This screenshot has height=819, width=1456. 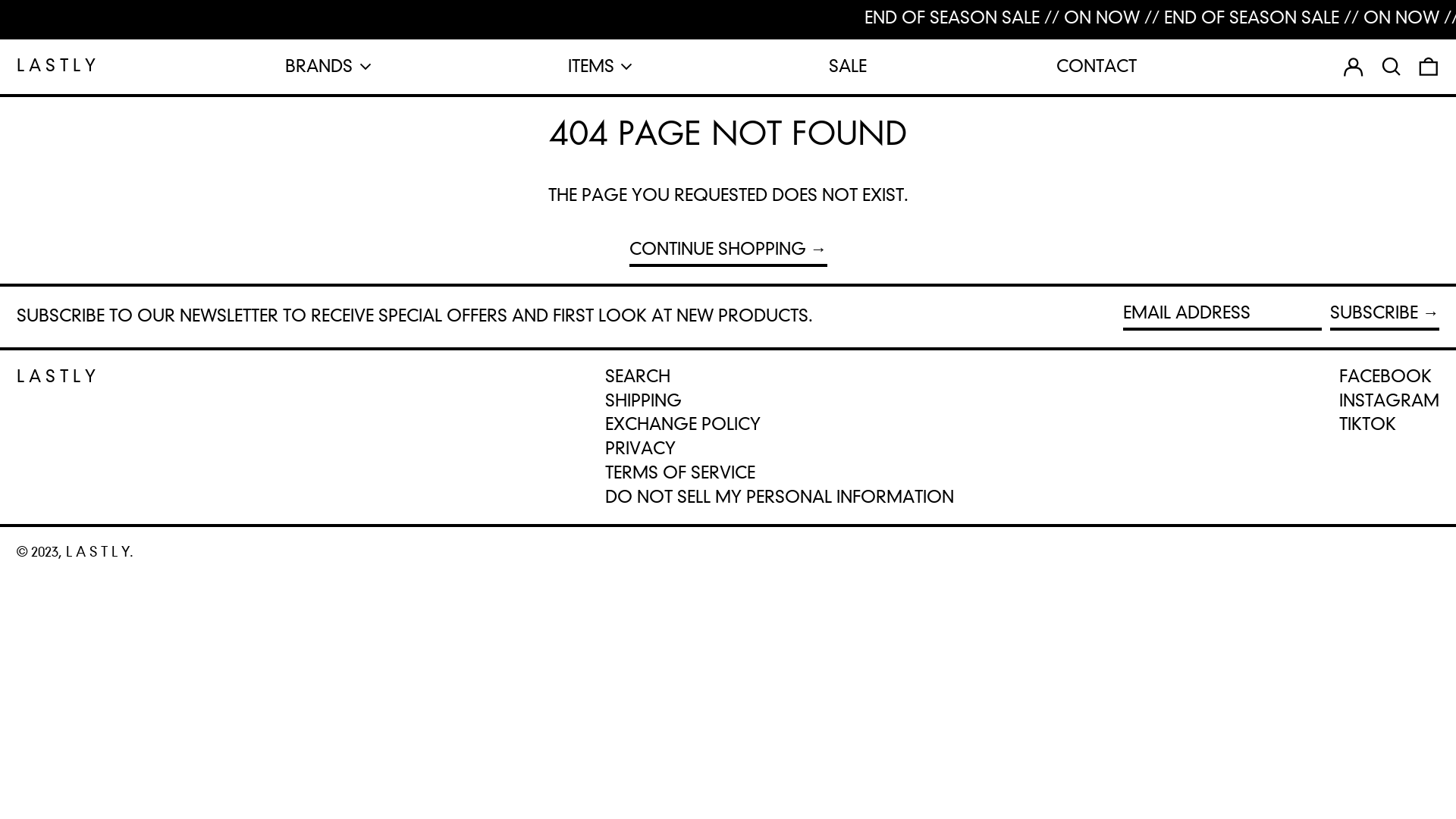 I want to click on '0 ITEMS', so click(x=1427, y=66).